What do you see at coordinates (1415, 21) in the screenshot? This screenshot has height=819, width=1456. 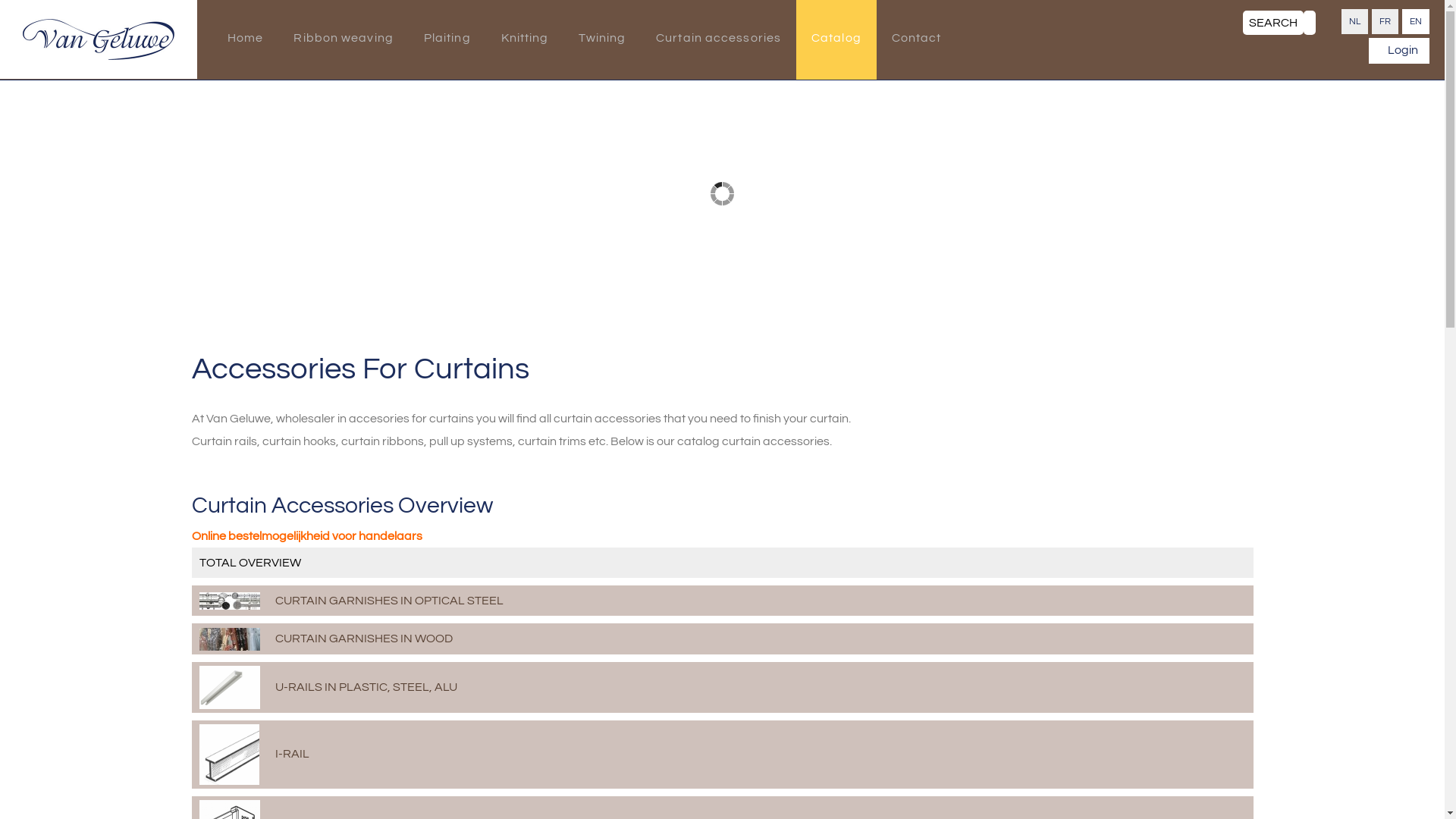 I see `'EN'` at bounding box center [1415, 21].